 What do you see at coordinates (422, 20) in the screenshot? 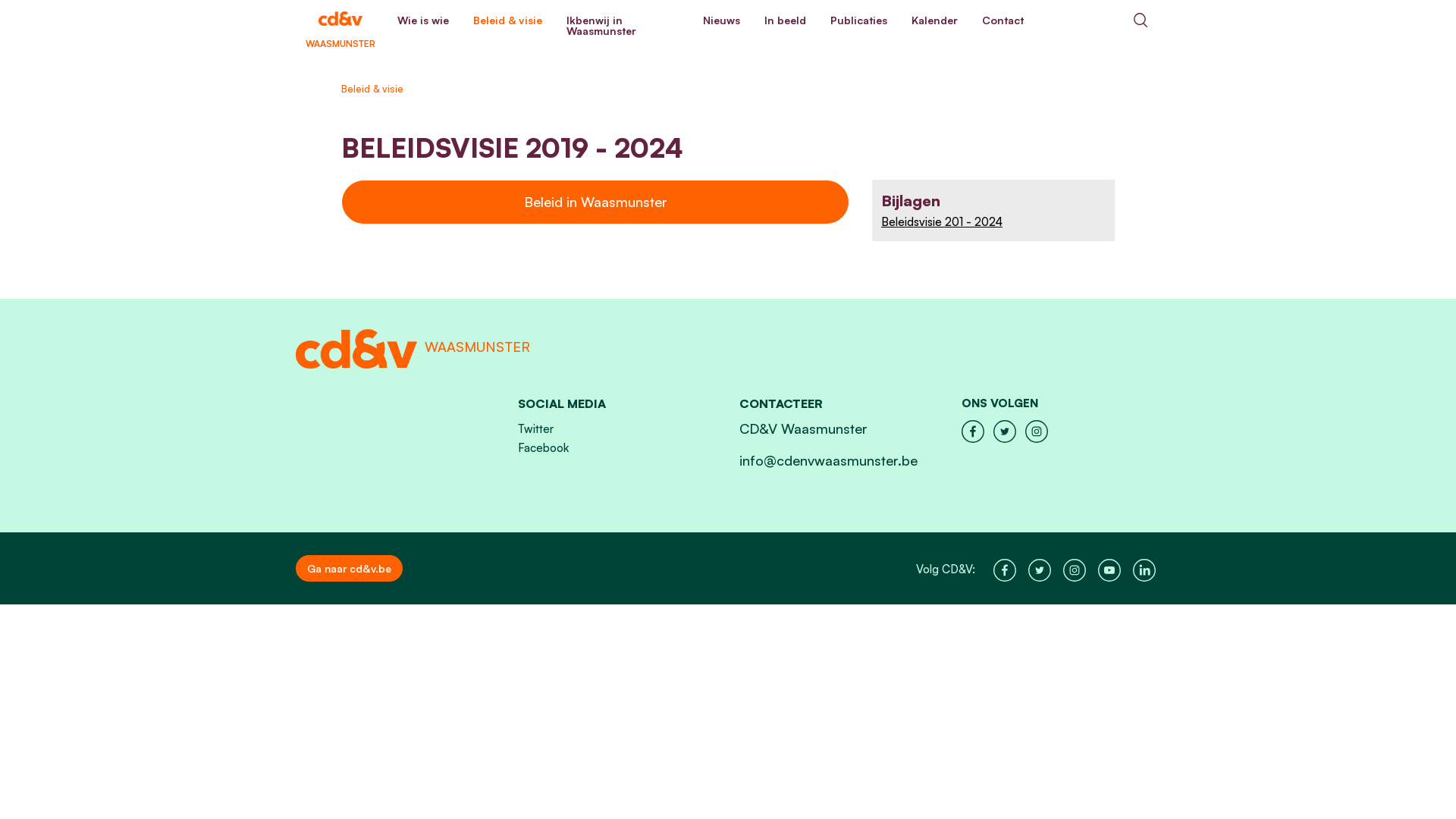
I see `'Wie is wie'` at bounding box center [422, 20].